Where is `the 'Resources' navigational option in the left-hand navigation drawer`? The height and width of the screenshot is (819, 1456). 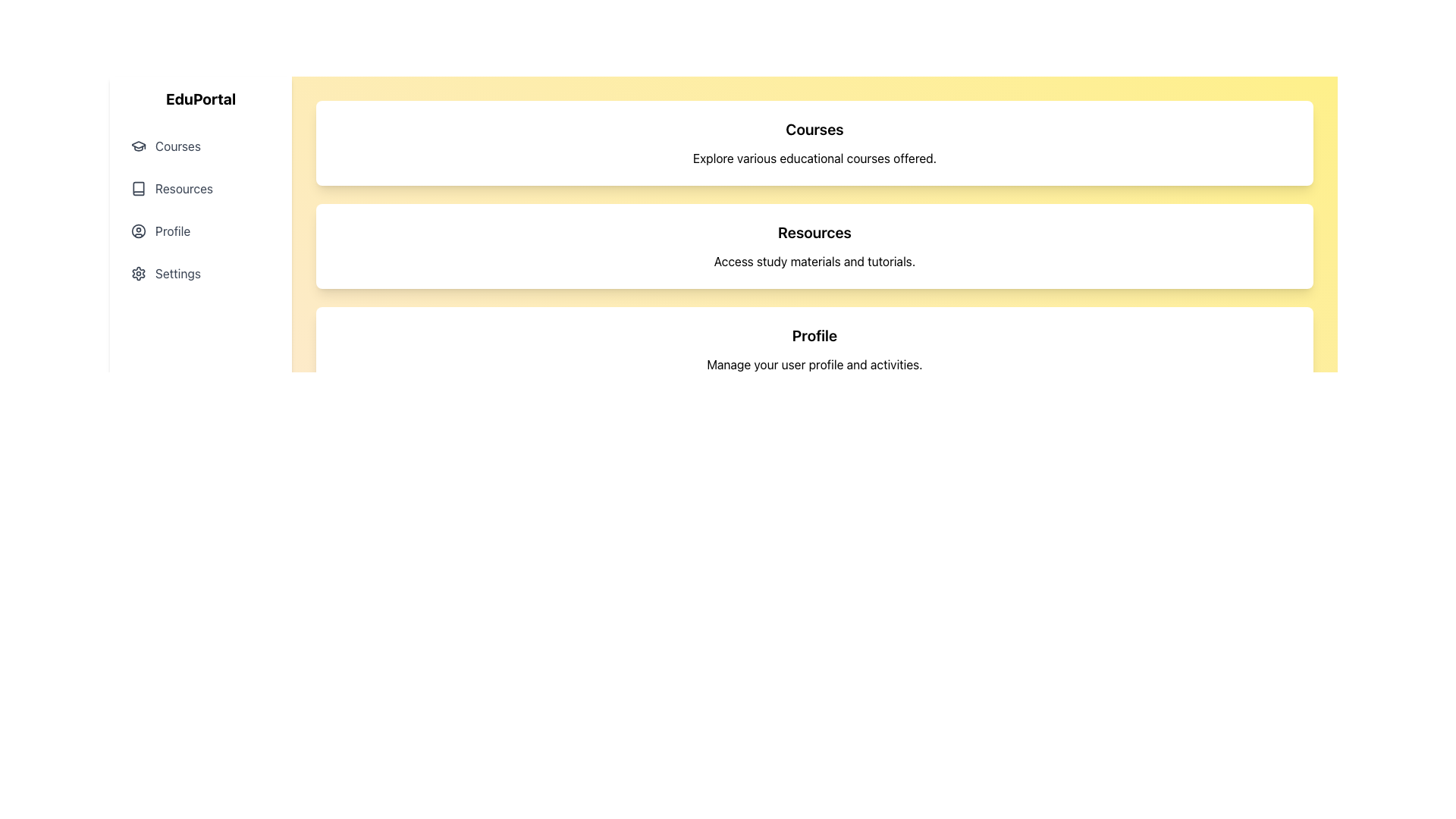 the 'Resources' navigational option in the left-hand navigation drawer is located at coordinates (199, 210).